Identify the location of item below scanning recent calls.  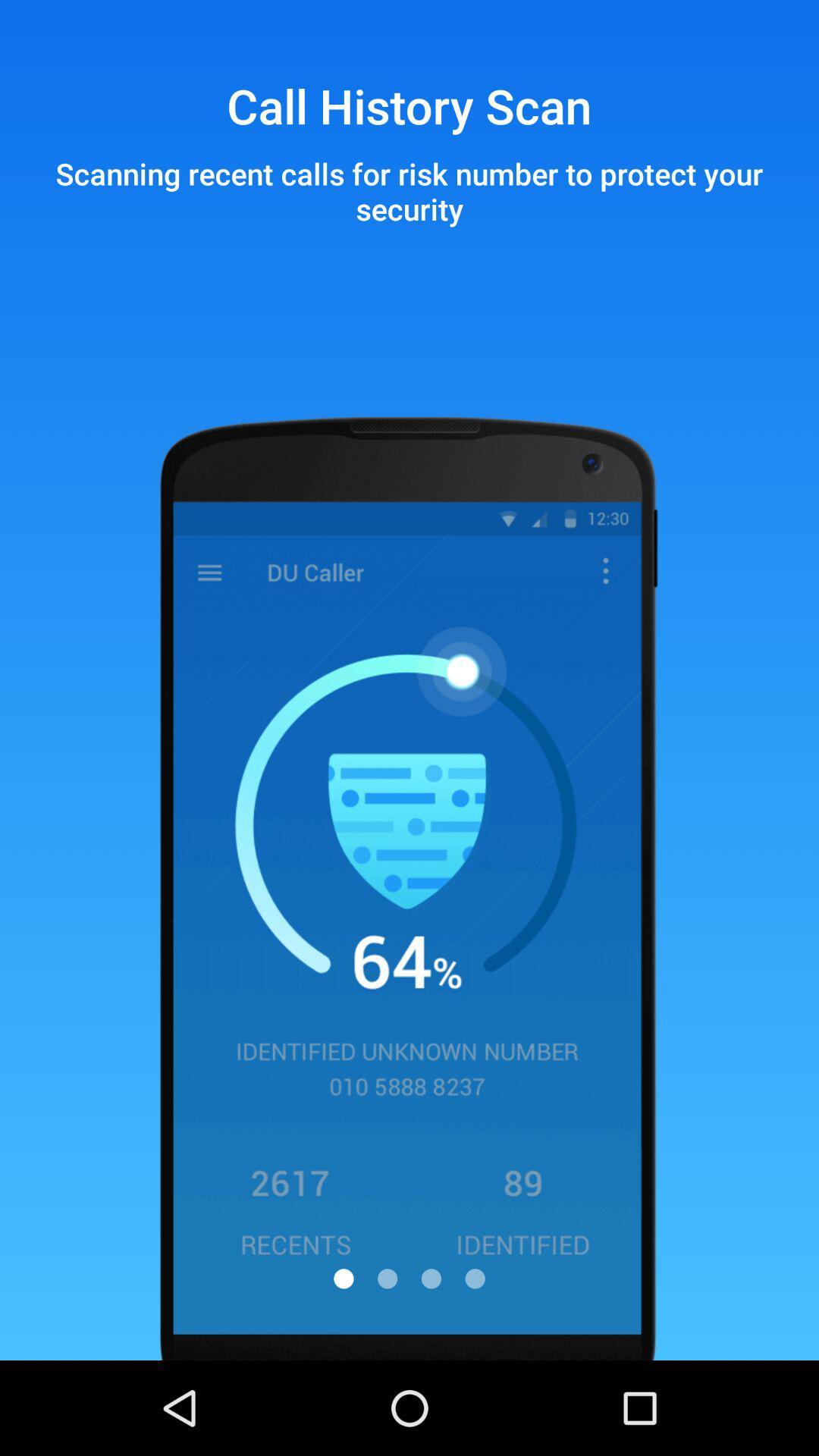
(474, 1278).